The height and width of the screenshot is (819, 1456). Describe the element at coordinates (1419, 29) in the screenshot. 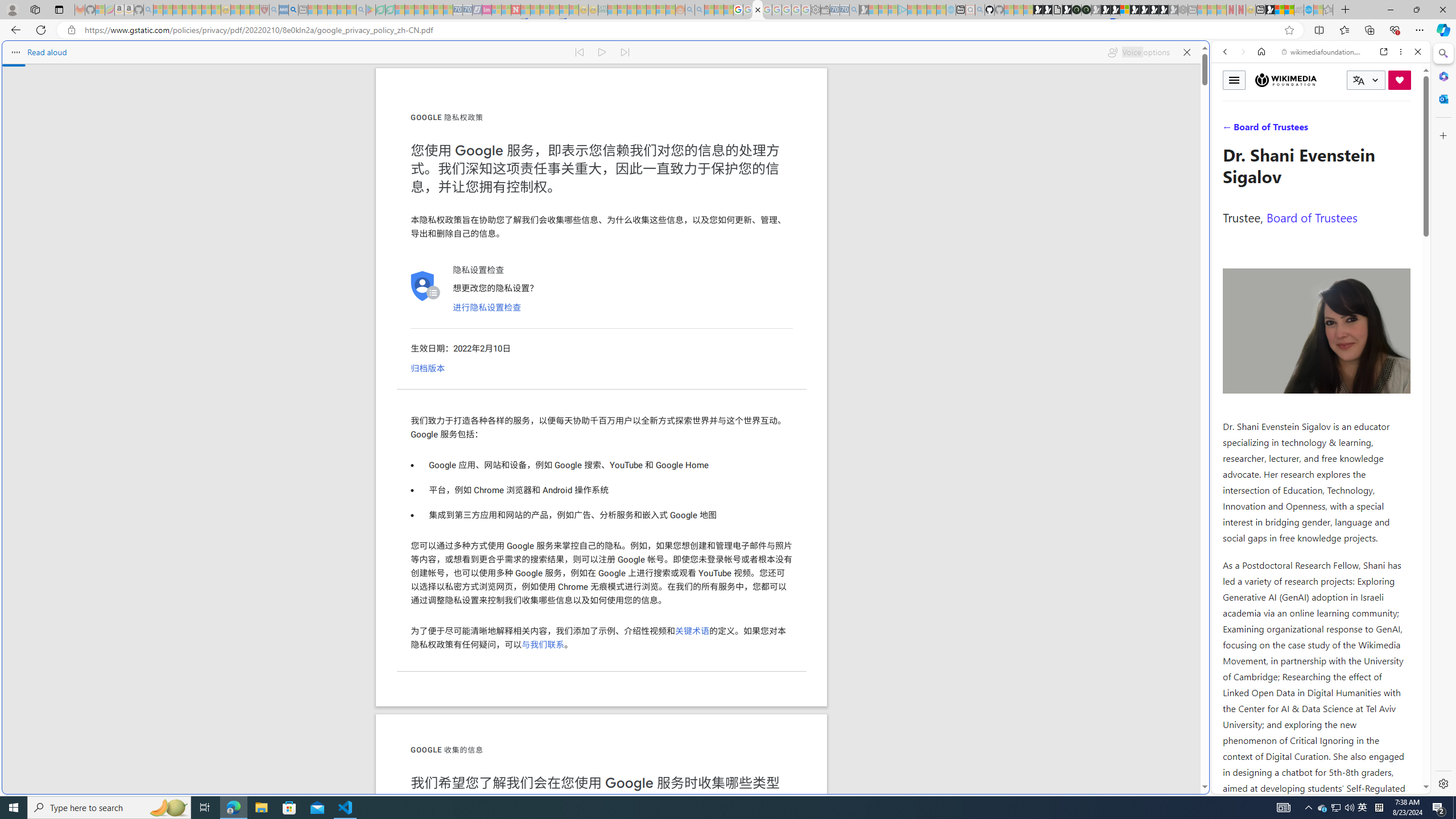

I see `'Settings and more (Alt+F)'` at that location.